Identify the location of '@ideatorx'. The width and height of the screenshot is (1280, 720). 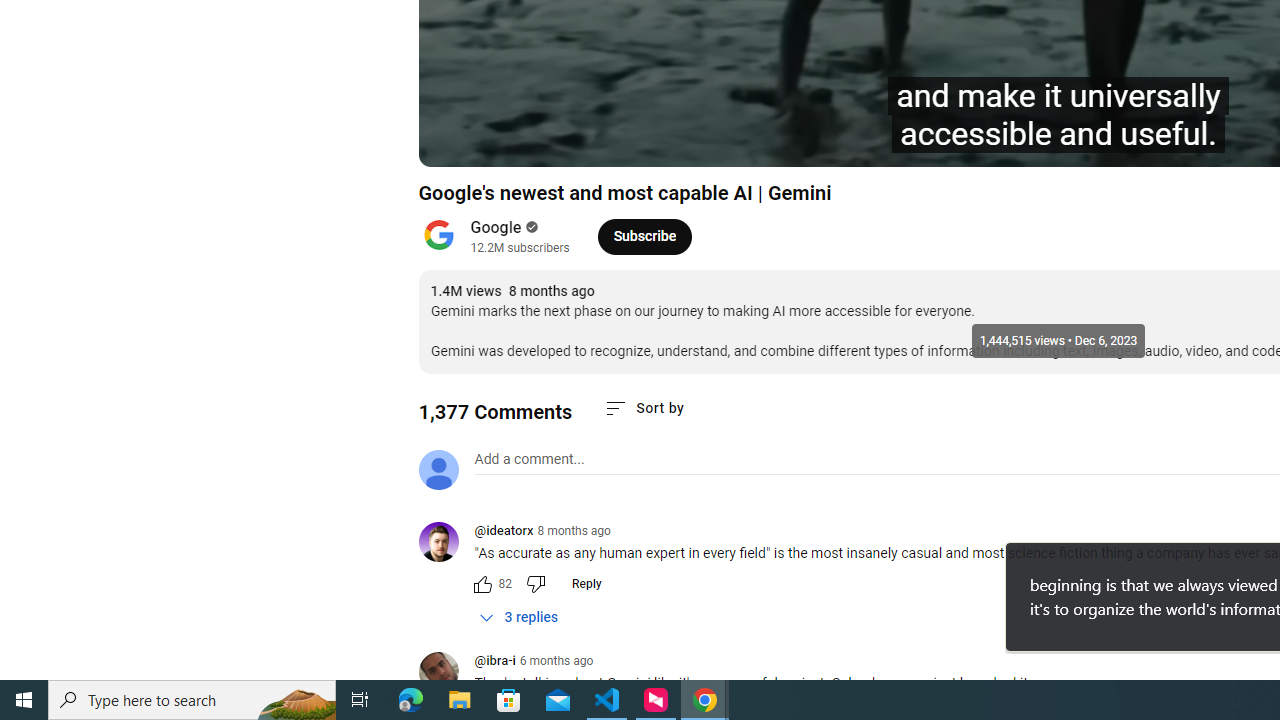
(503, 531).